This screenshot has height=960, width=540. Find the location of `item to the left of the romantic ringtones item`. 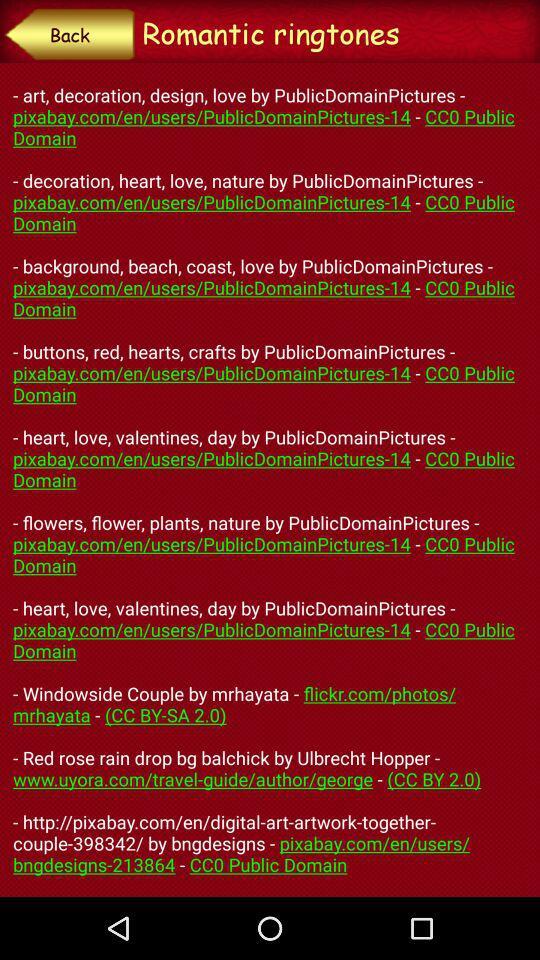

item to the left of the romantic ringtones item is located at coordinates (68, 33).